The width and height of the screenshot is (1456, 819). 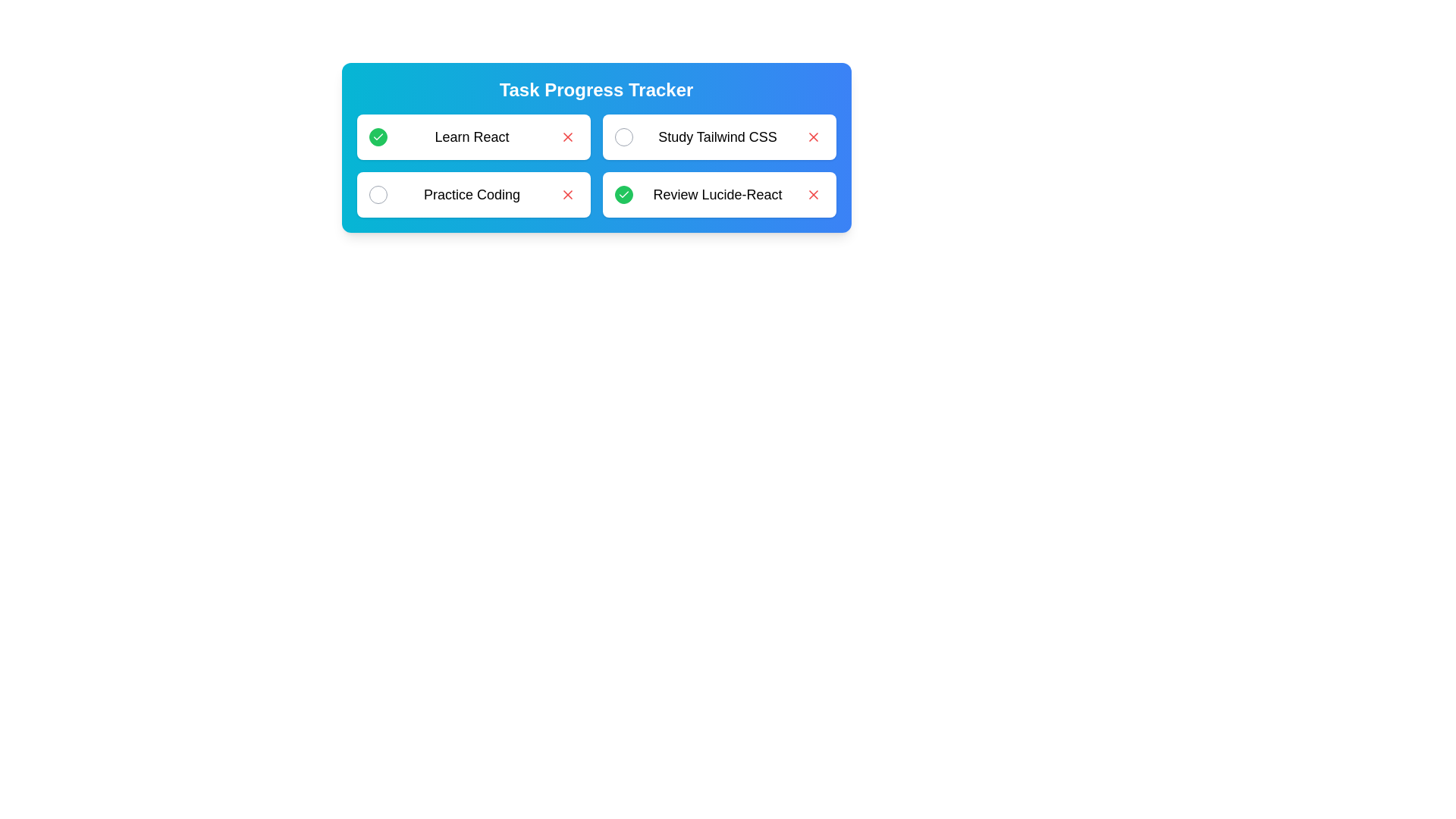 I want to click on 'Remove' button for the task labeled Practice Coding, so click(x=566, y=194).